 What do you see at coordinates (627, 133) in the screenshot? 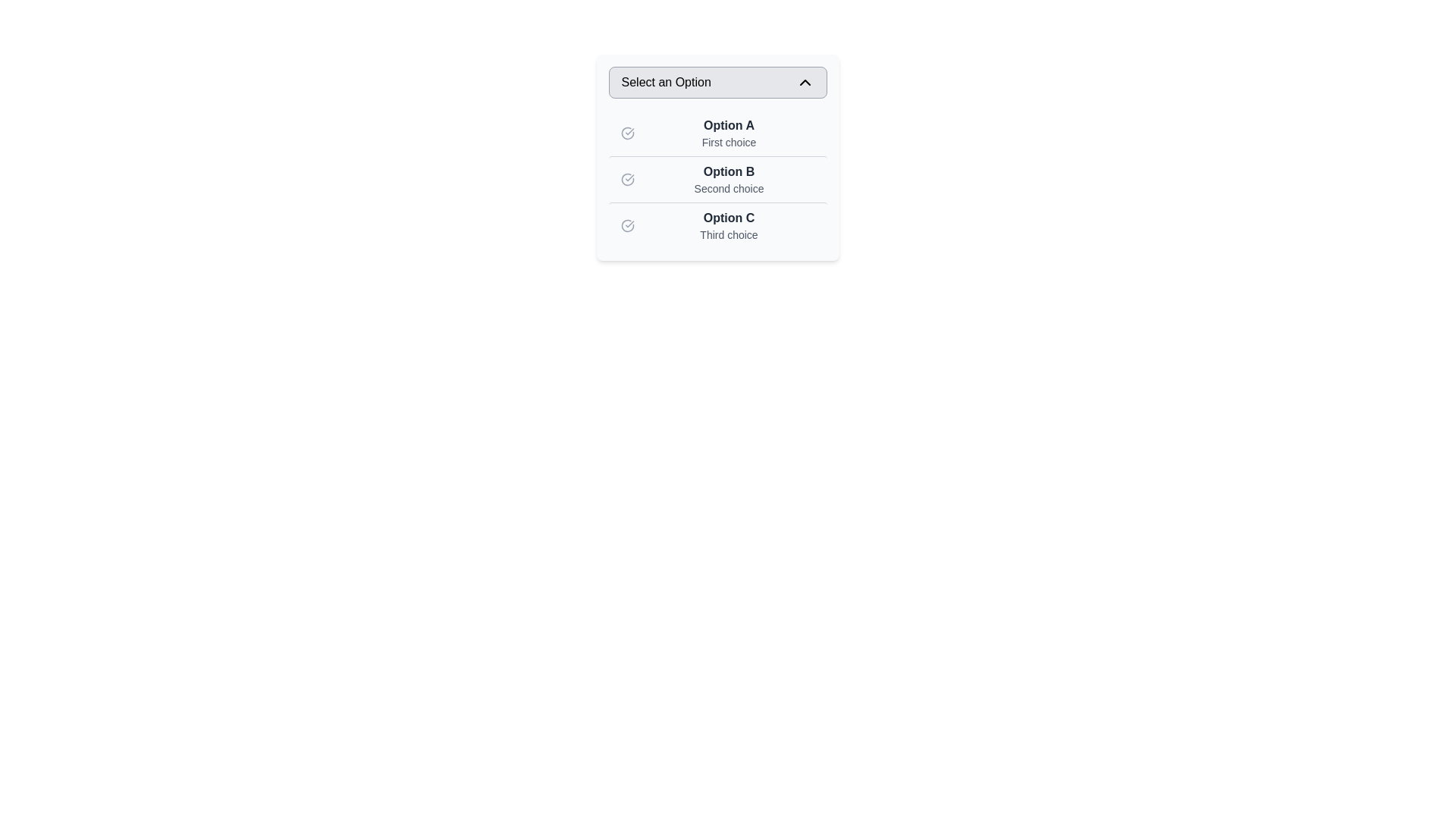
I see `the selection icon indicating 'Option A', which is the first icon in a vertical list of selectable options` at bounding box center [627, 133].